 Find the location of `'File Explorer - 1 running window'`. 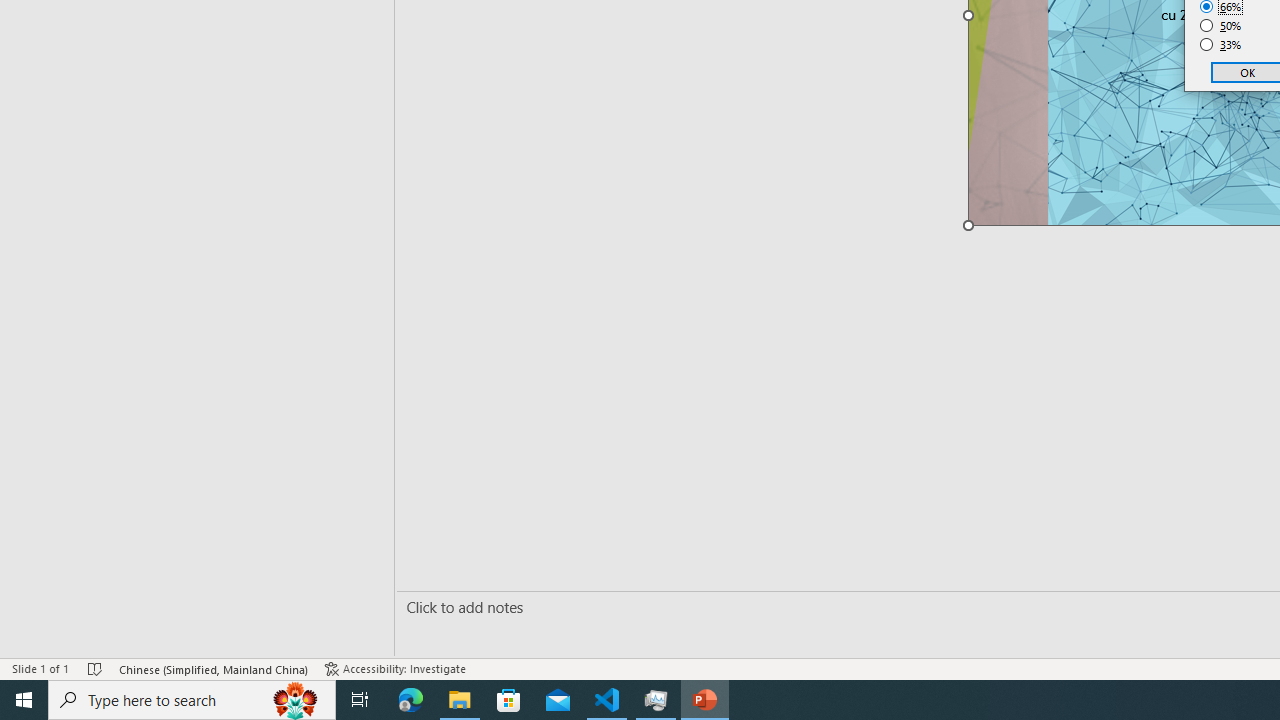

'File Explorer - 1 running window' is located at coordinates (459, 698).